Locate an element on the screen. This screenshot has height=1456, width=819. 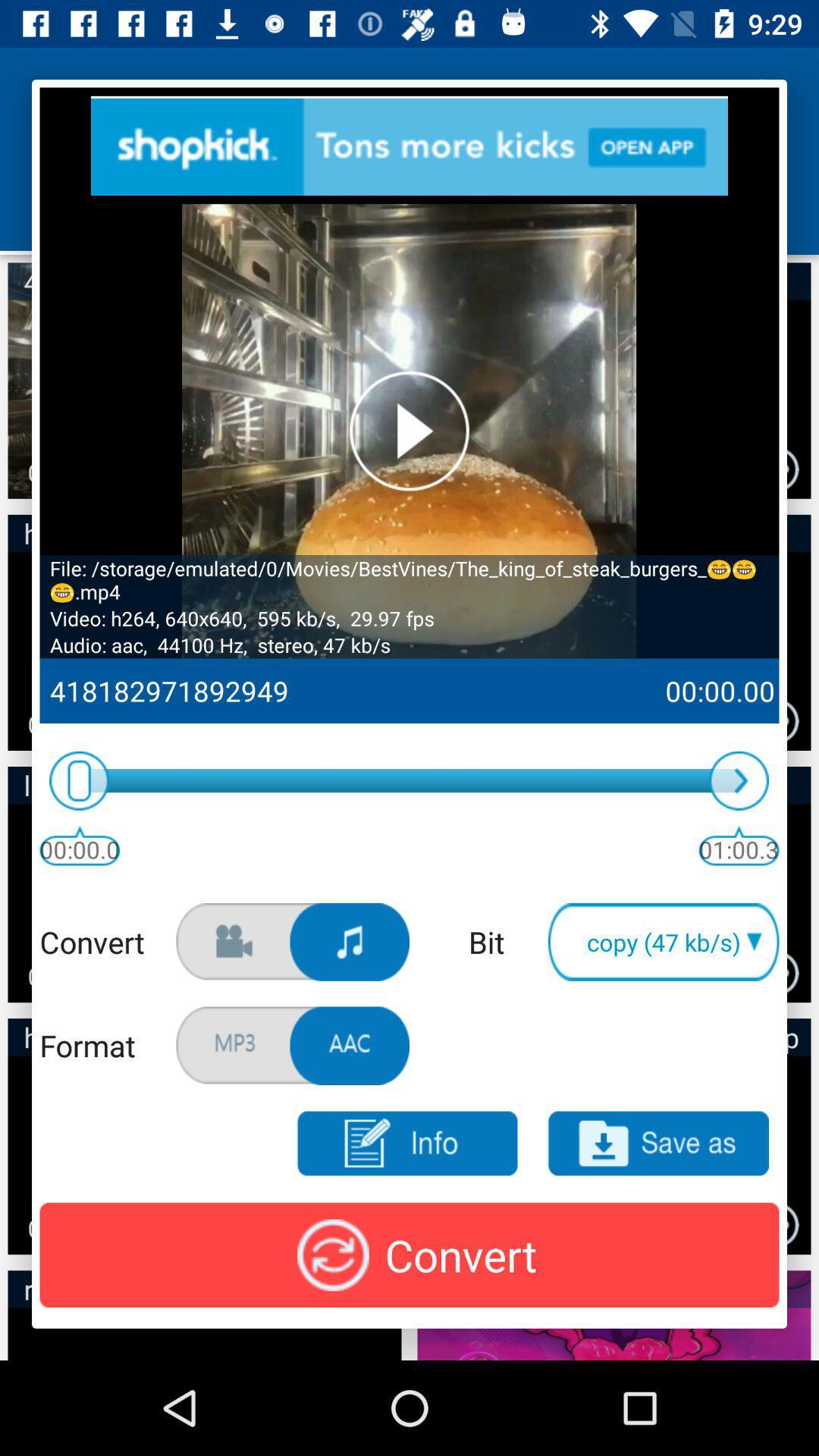
open info is located at coordinates (406, 1144).